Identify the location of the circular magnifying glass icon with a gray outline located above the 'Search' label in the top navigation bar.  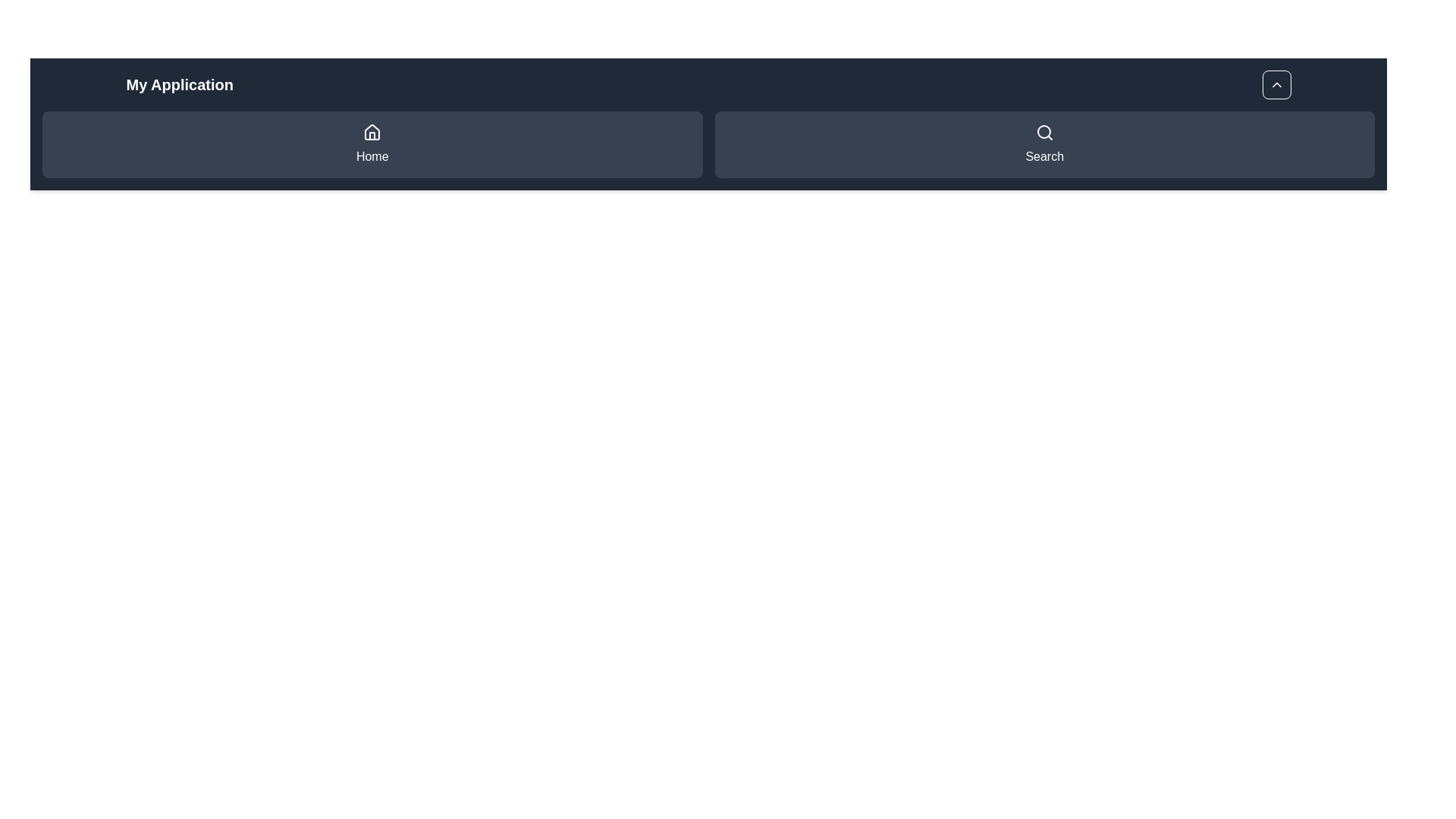
(1043, 131).